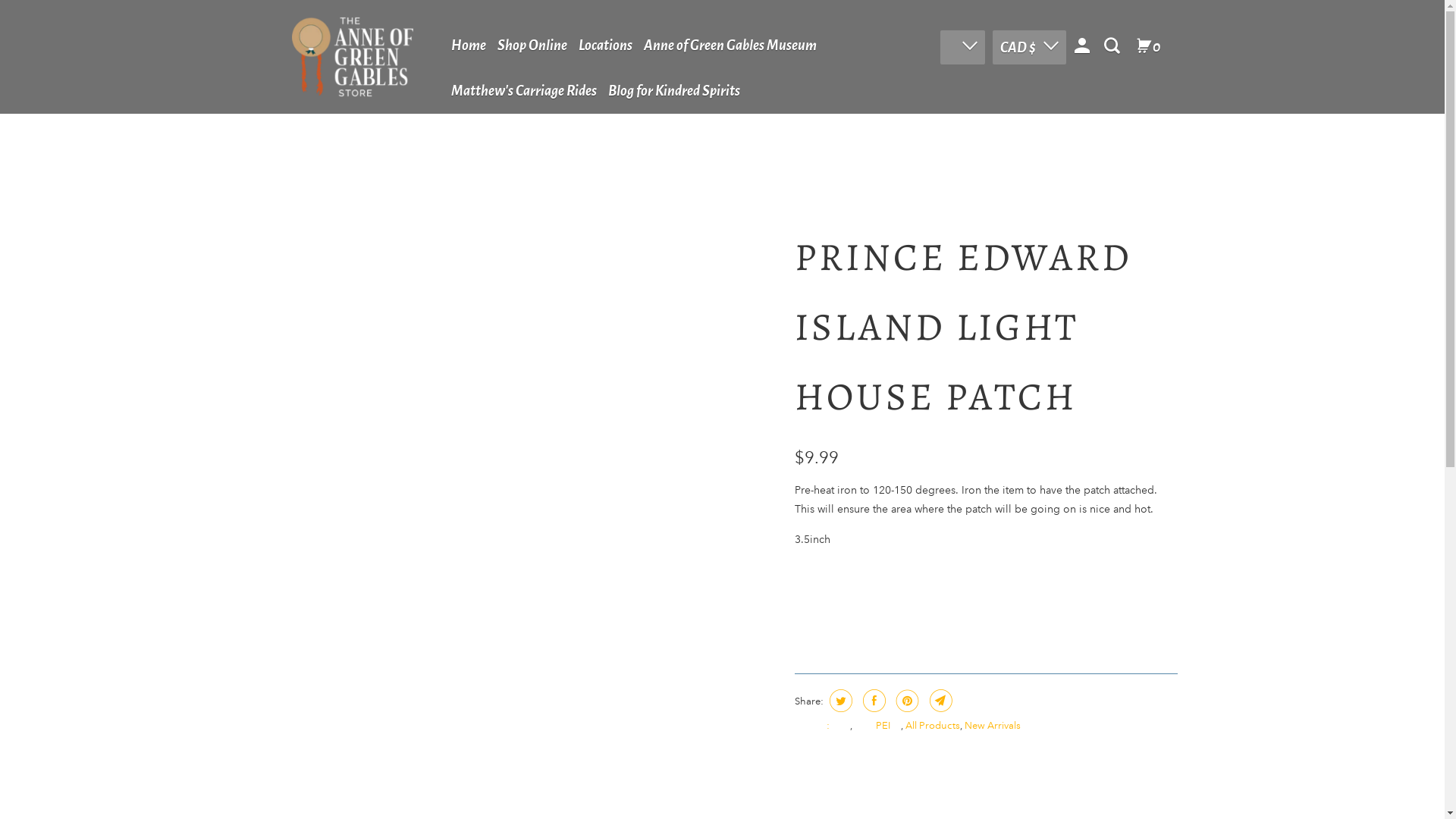 The height and width of the screenshot is (819, 1456). What do you see at coordinates (447, 45) in the screenshot?
I see `'Home'` at bounding box center [447, 45].